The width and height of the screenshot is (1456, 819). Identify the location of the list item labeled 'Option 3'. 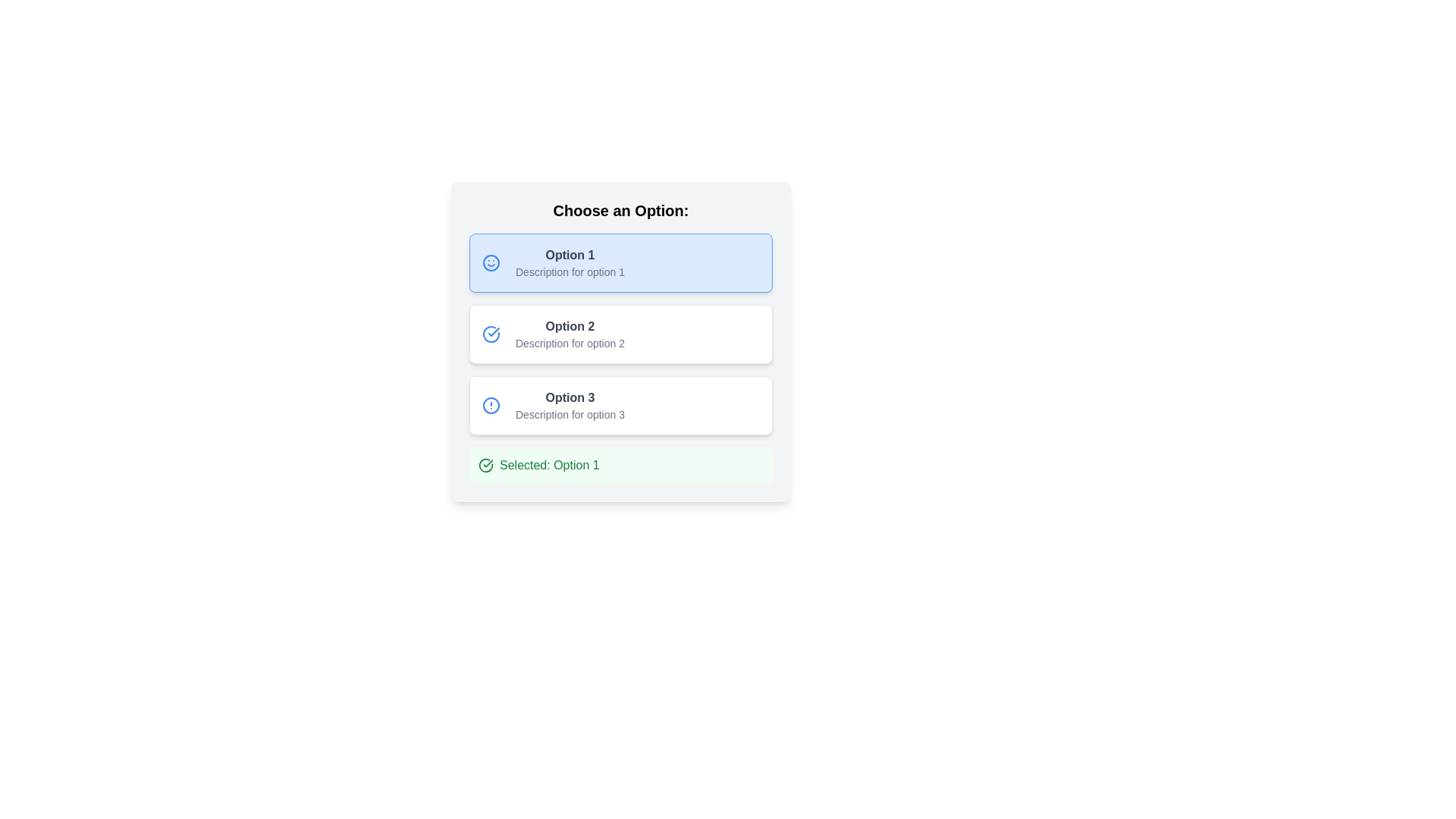
(570, 405).